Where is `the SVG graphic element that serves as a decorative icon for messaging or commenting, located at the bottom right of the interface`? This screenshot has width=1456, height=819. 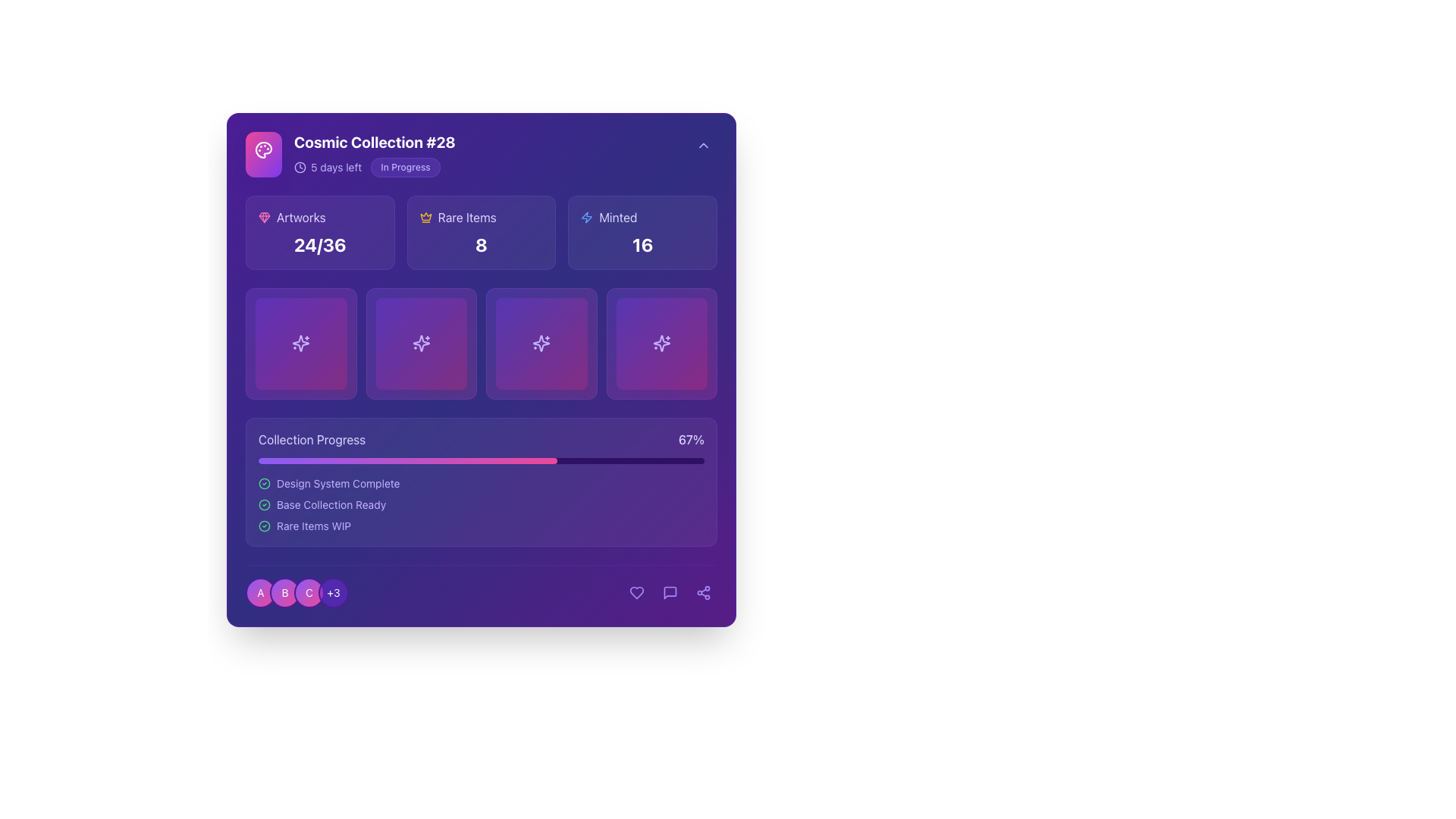 the SVG graphic element that serves as a decorative icon for messaging or commenting, located at the bottom right of the interface is located at coordinates (669, 591).